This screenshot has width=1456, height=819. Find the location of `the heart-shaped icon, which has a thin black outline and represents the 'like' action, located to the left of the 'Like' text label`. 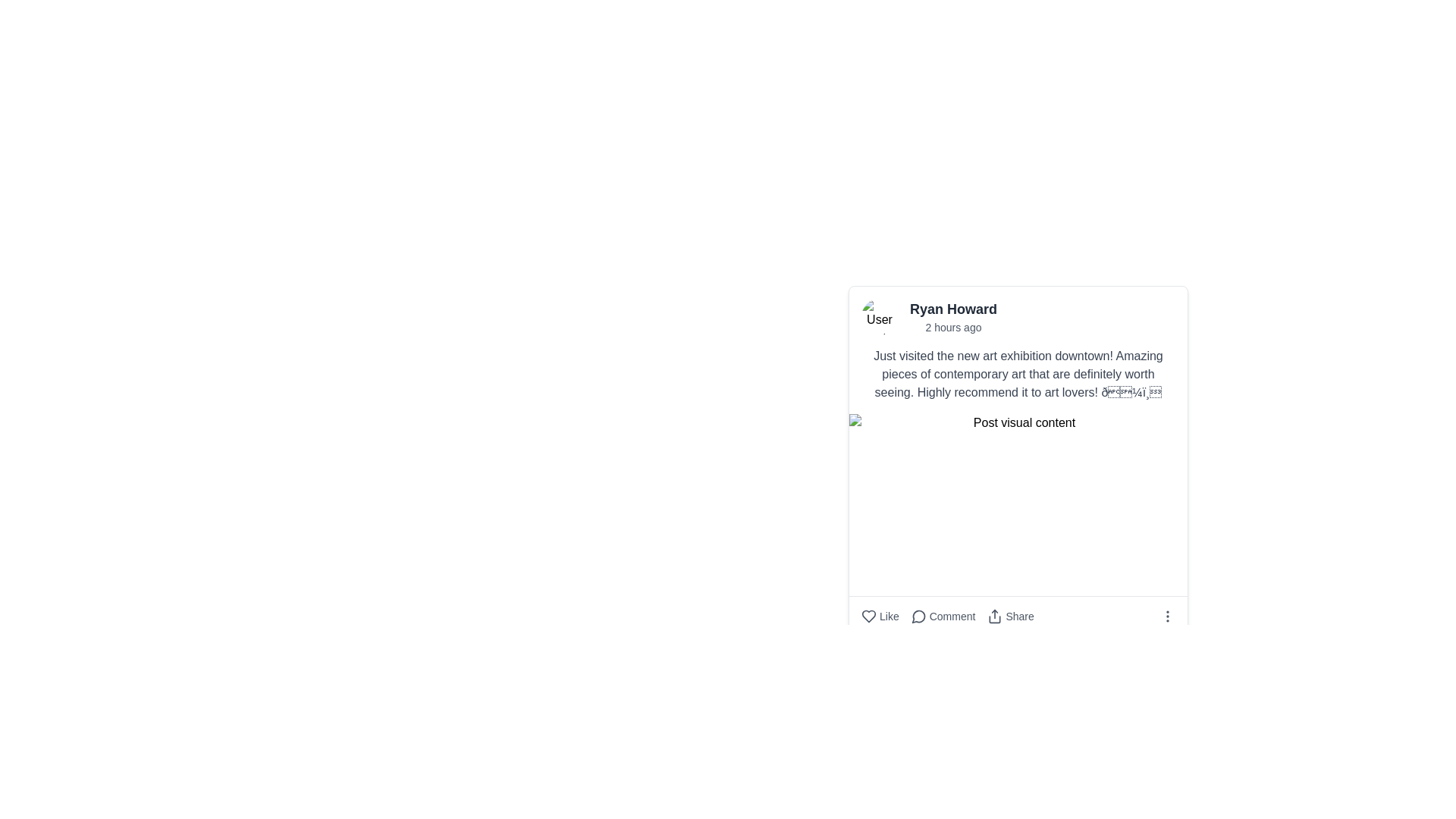

the heart-shaped icon, which has a thin black outline and represents the 'like' action, located to the left of the 'Like' text label is located at coordinates (869, 617).